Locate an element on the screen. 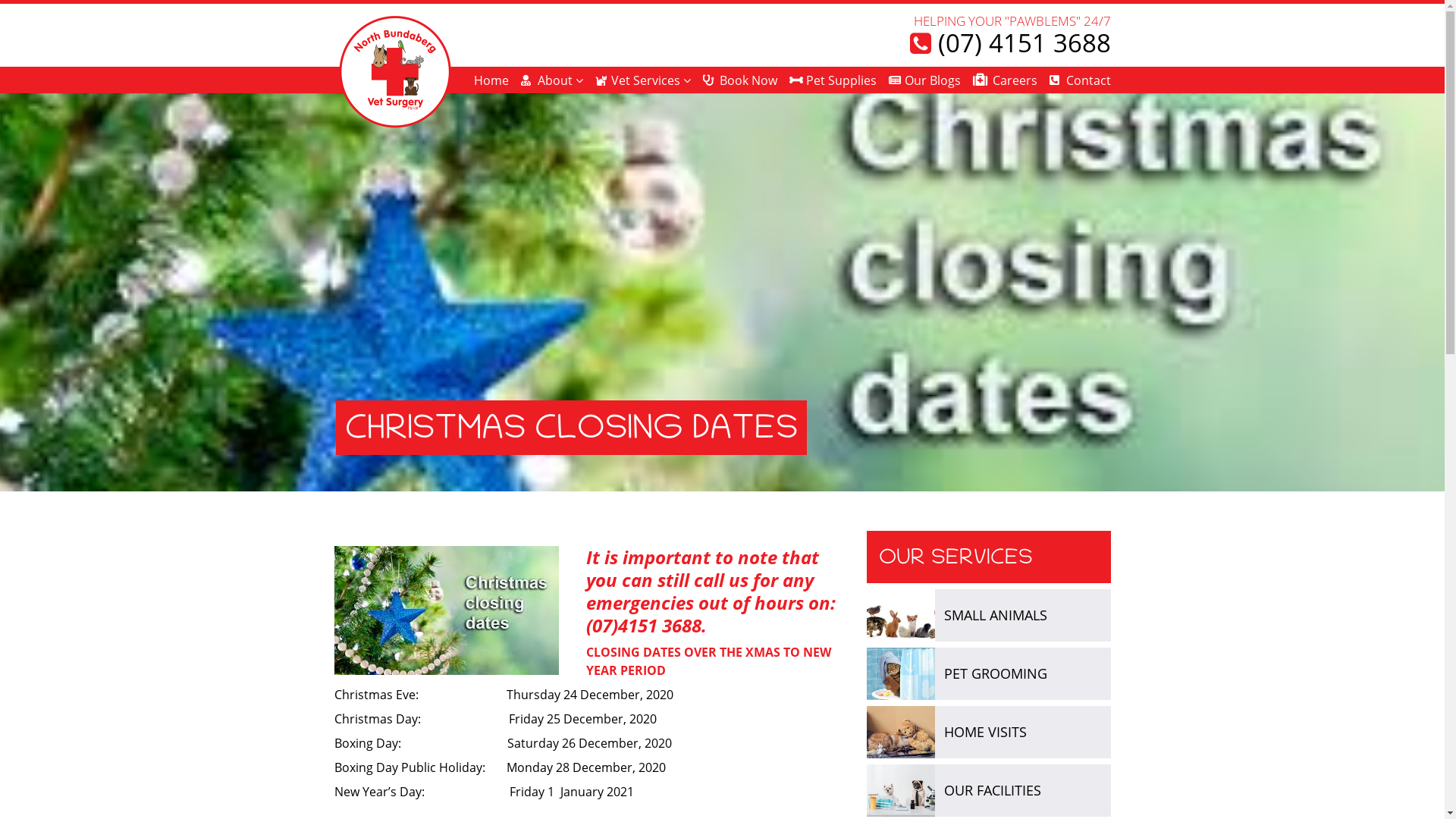 The width and height of the screenshot is (1456, 819). 'SMALL ANIMALS' is located at coordinates (996, 614).